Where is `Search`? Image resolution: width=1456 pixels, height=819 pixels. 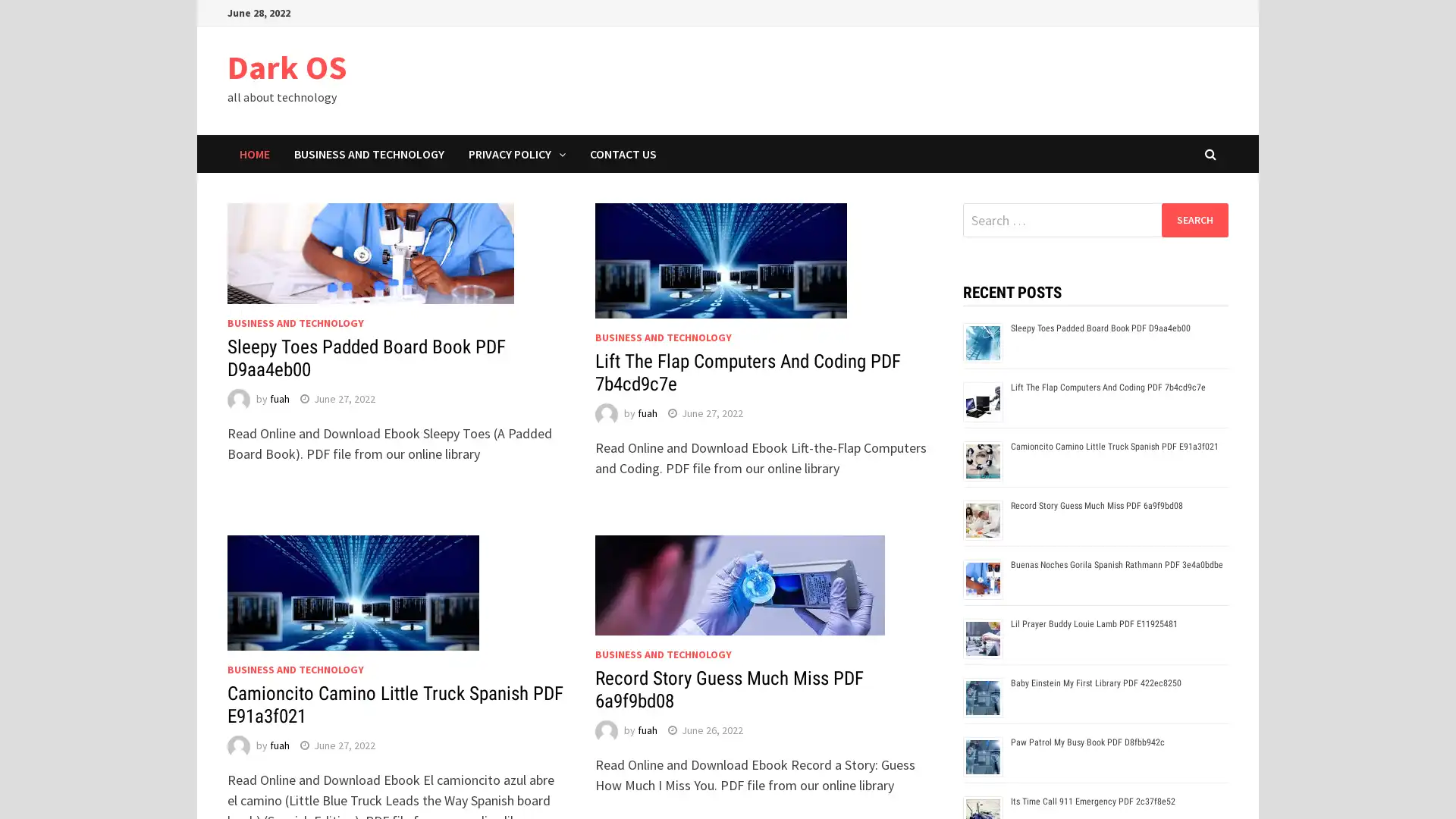
Search is located at coordinates (1194, 219).